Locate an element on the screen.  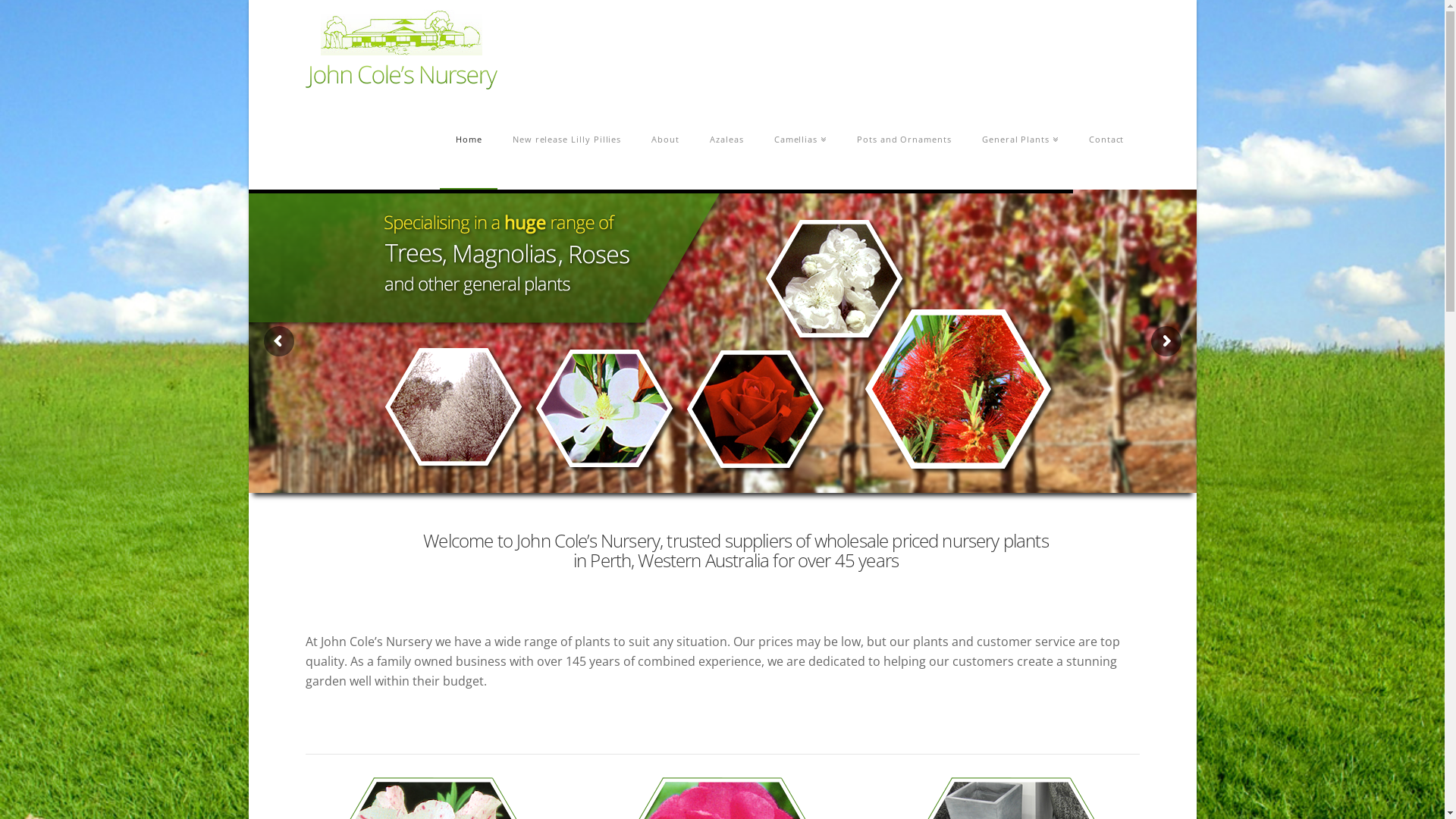
'About' is located at coordinates (665, 138).